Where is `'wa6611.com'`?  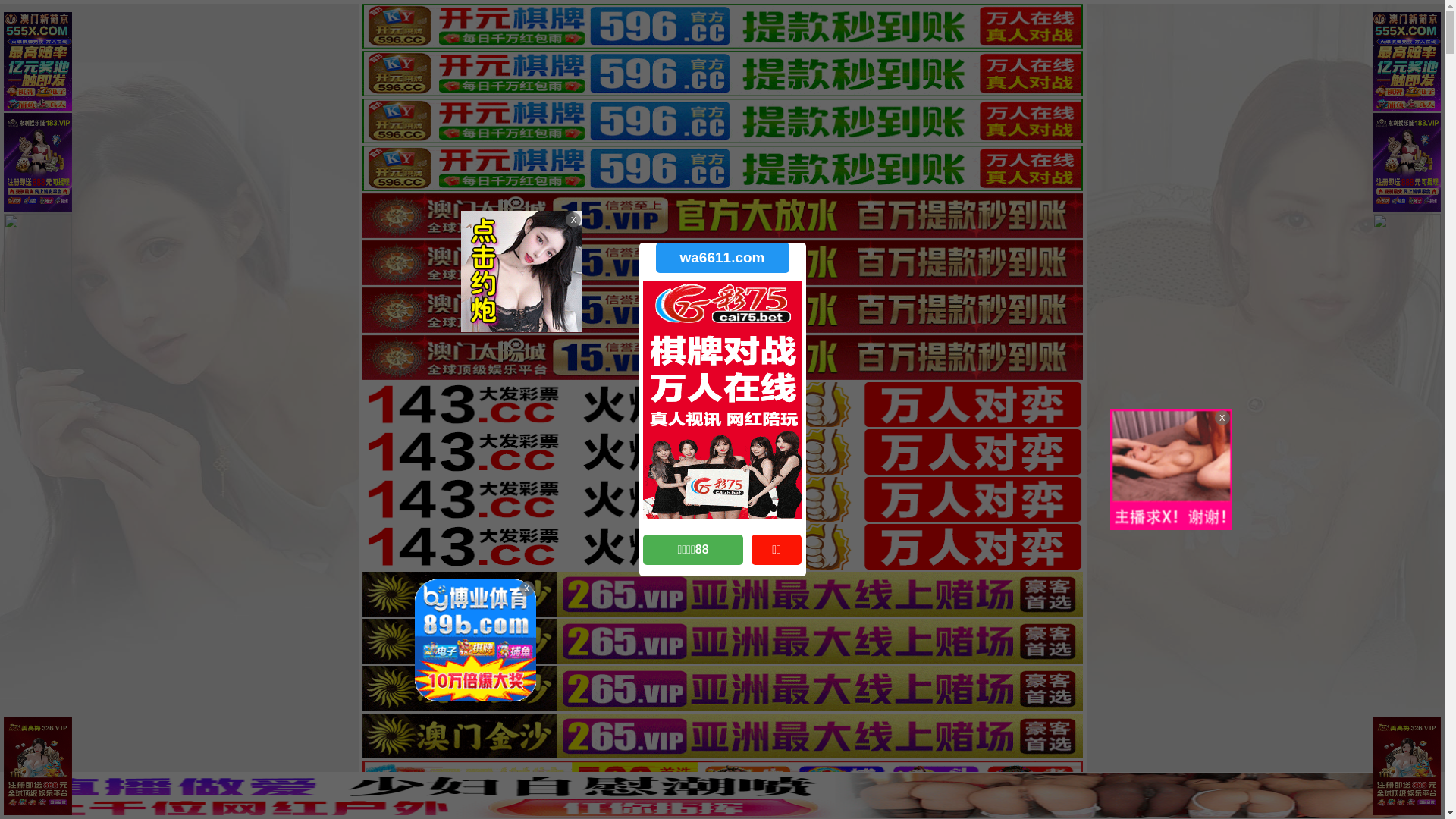
'wa6611.com' is located at coordinates (720, 256).